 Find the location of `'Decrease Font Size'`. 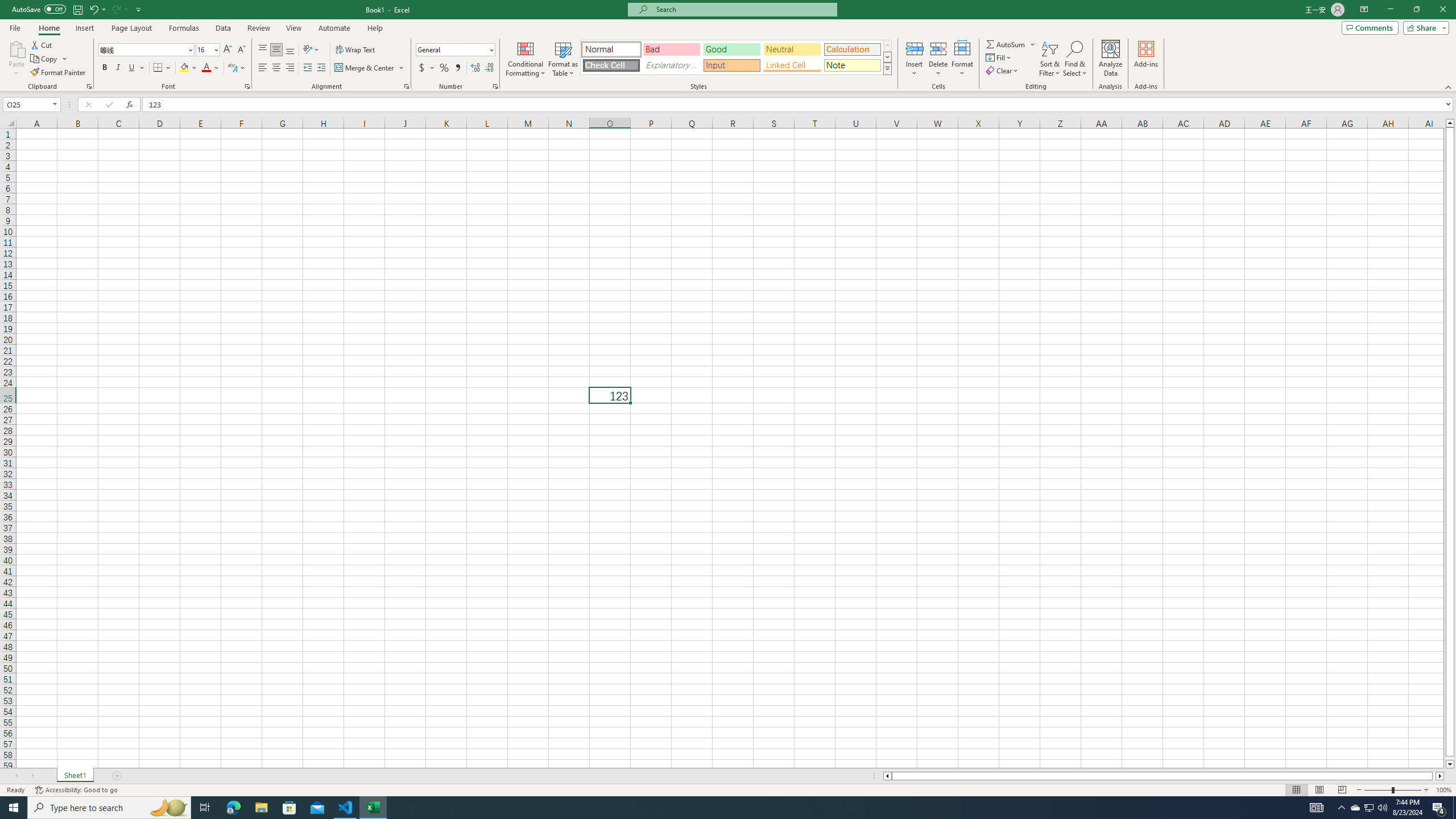

'Decrease Font Size' is located at coordinates (241, 49).